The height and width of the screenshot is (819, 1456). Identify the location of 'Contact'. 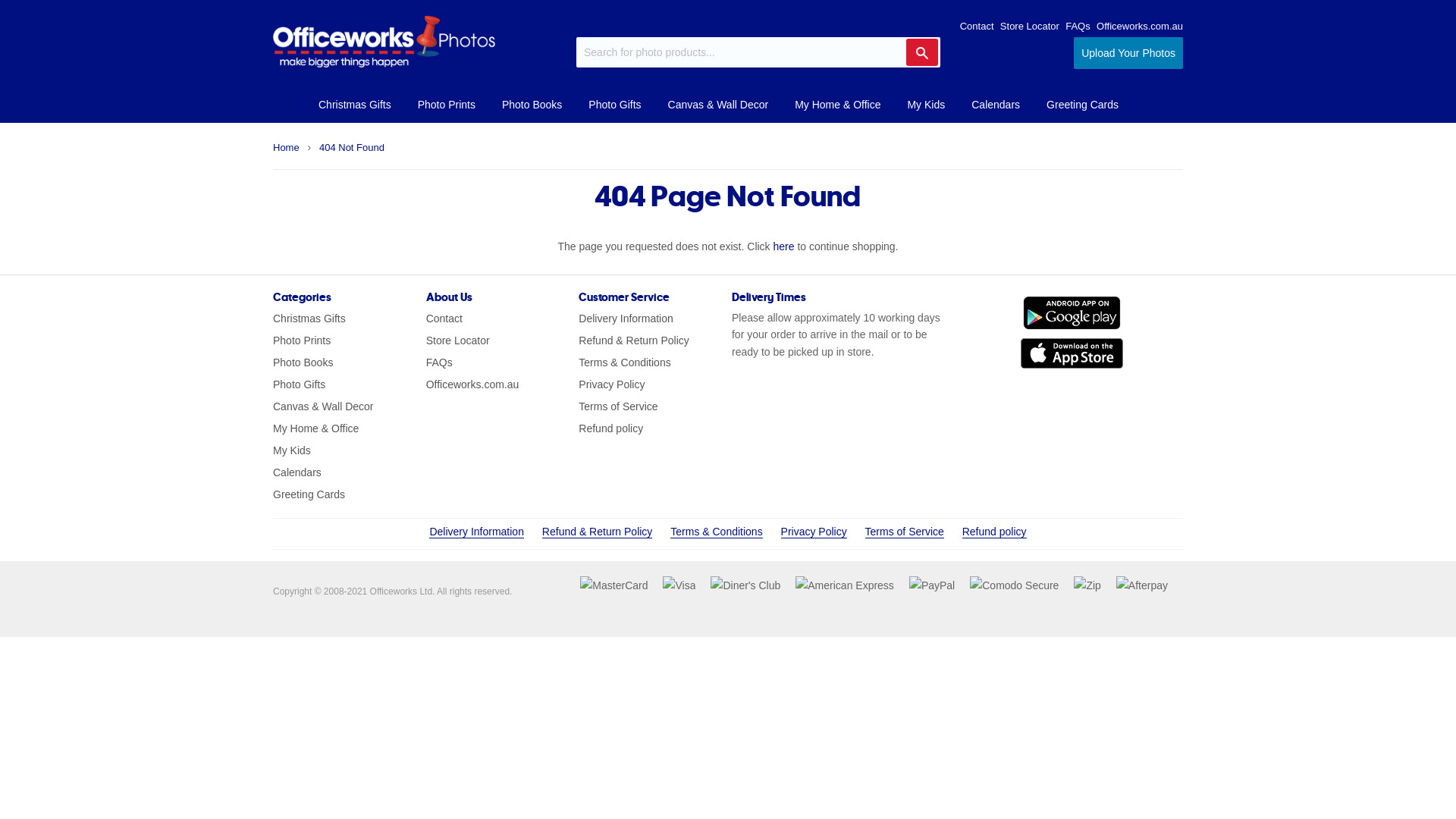
(977, 26).